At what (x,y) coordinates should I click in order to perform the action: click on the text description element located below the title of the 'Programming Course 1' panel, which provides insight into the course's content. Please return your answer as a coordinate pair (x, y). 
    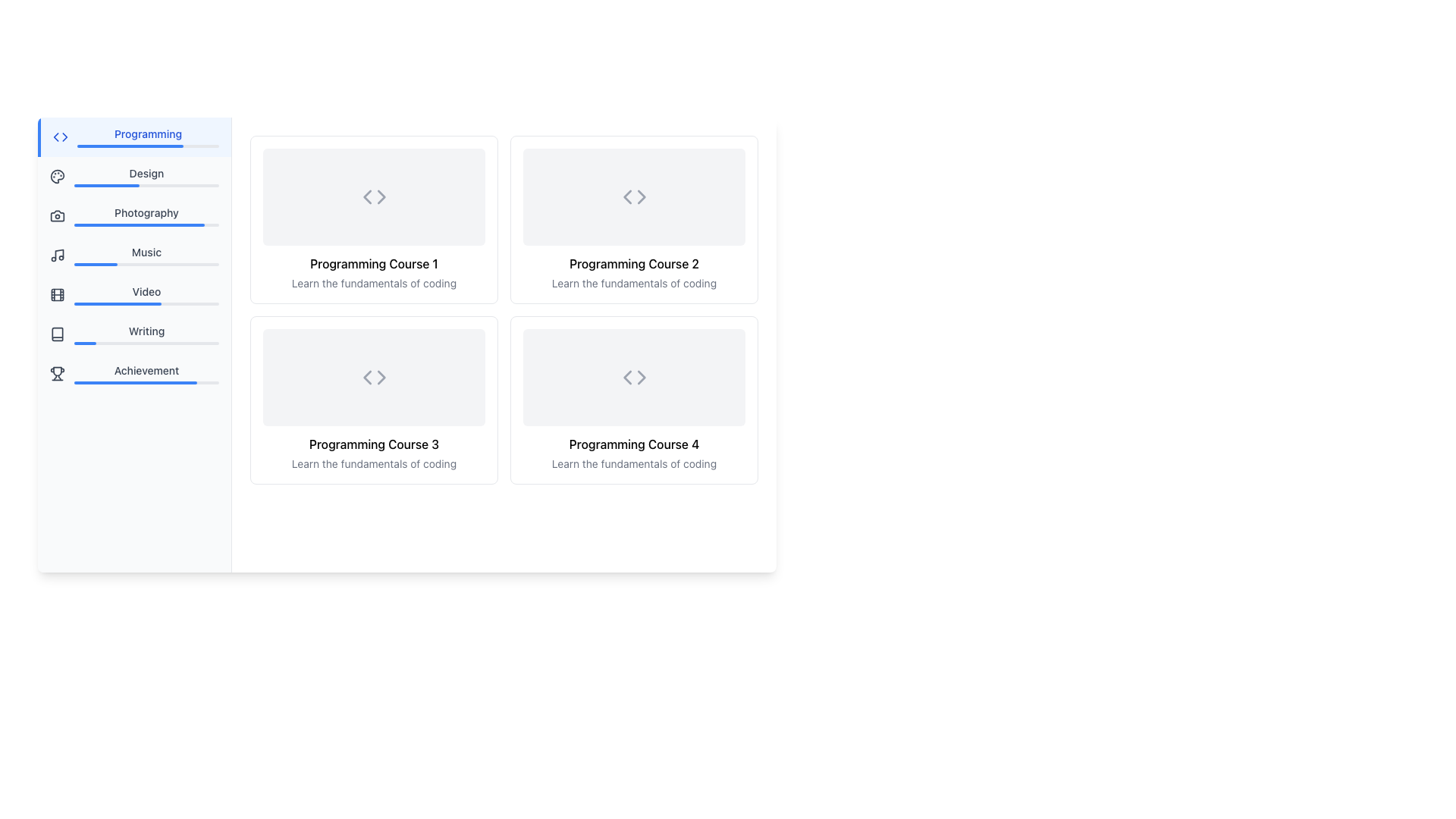
    Looking at the image, I should click on (374, 284).